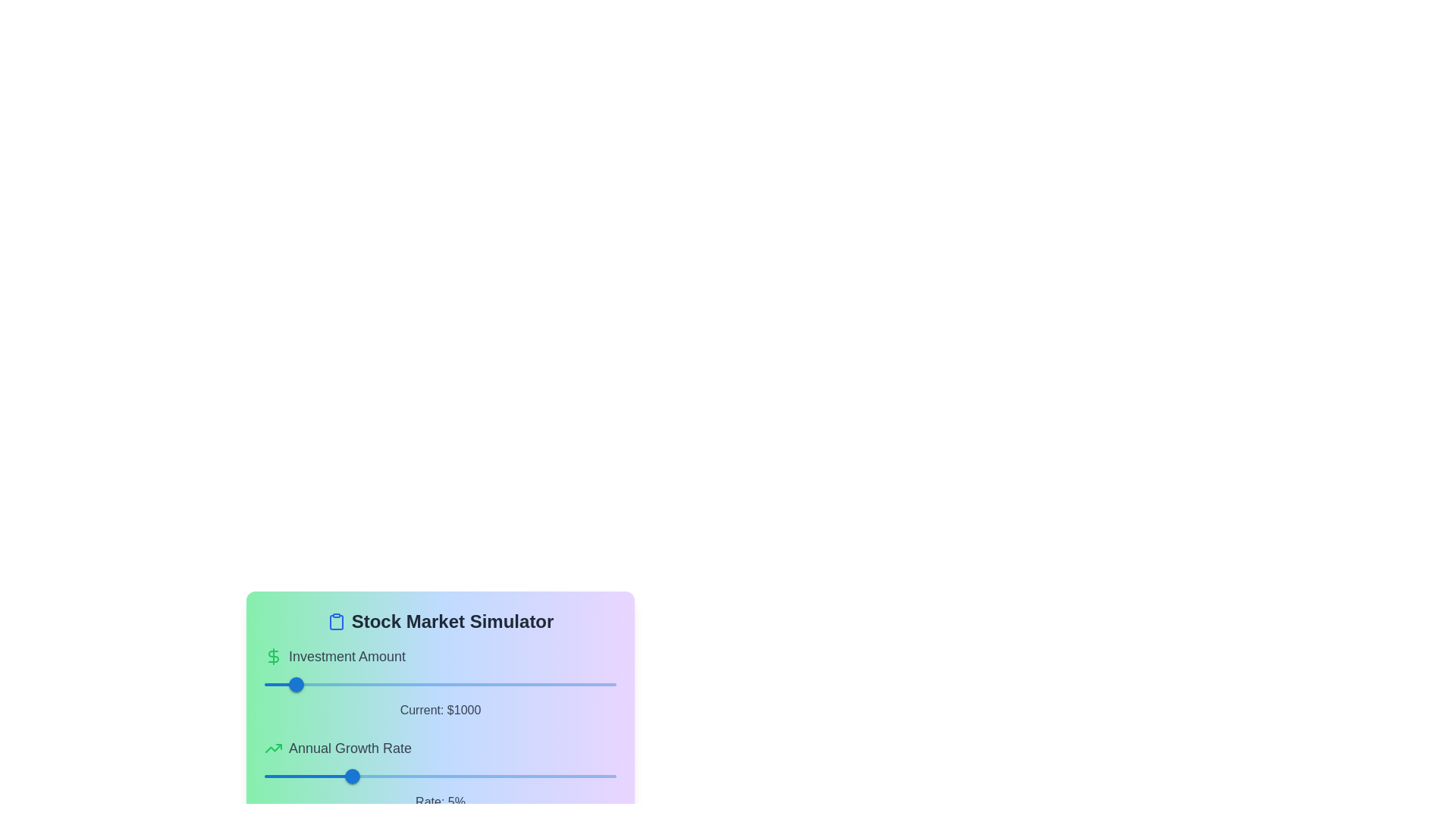  Describe the element at coordinates (370, 776) in the screenshot. I see `the annual growth rate` at that location.